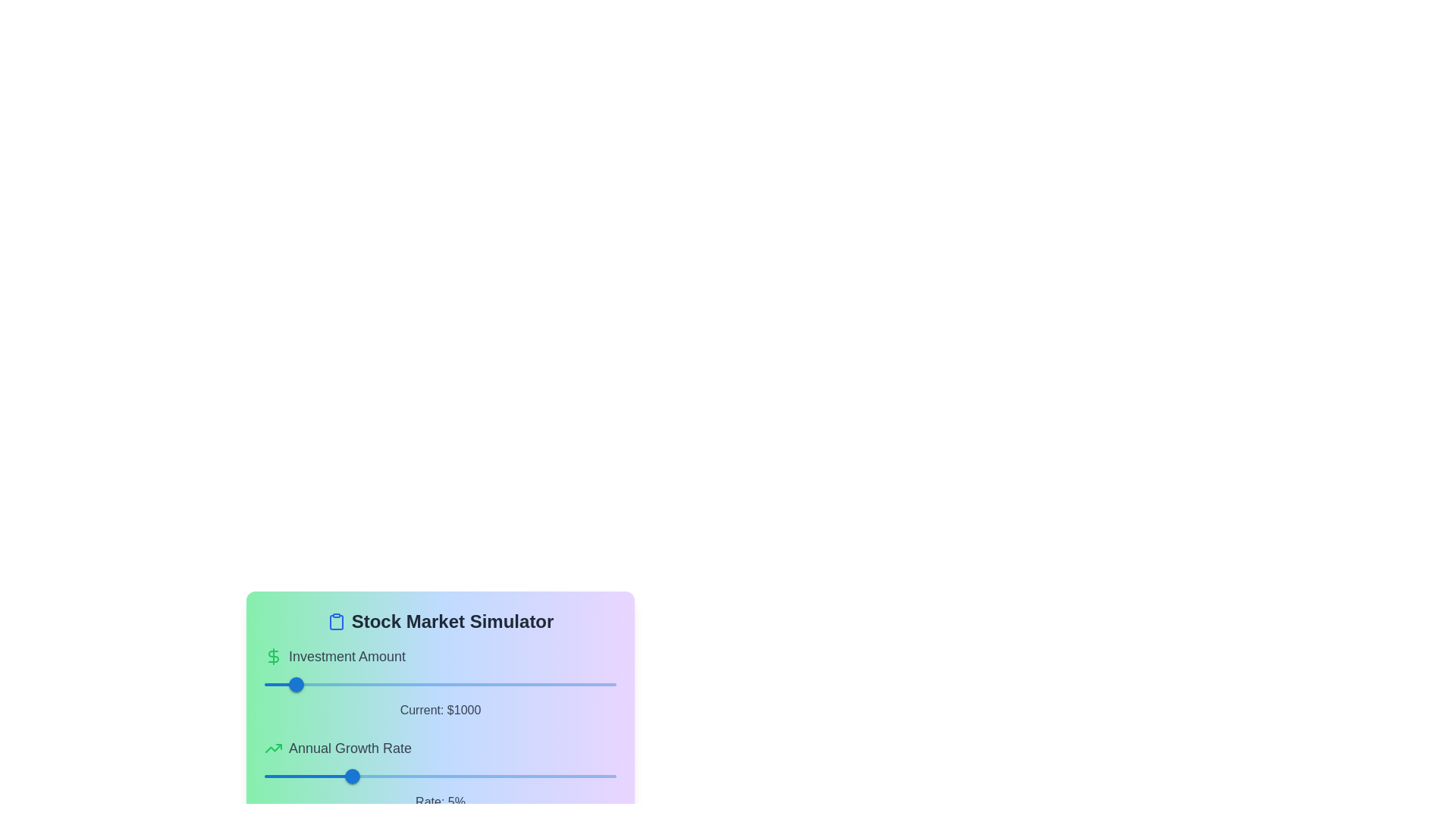  Describe the element at coordinates (370, 776) in the screenshot. I see `the annual growth rate` at that location.